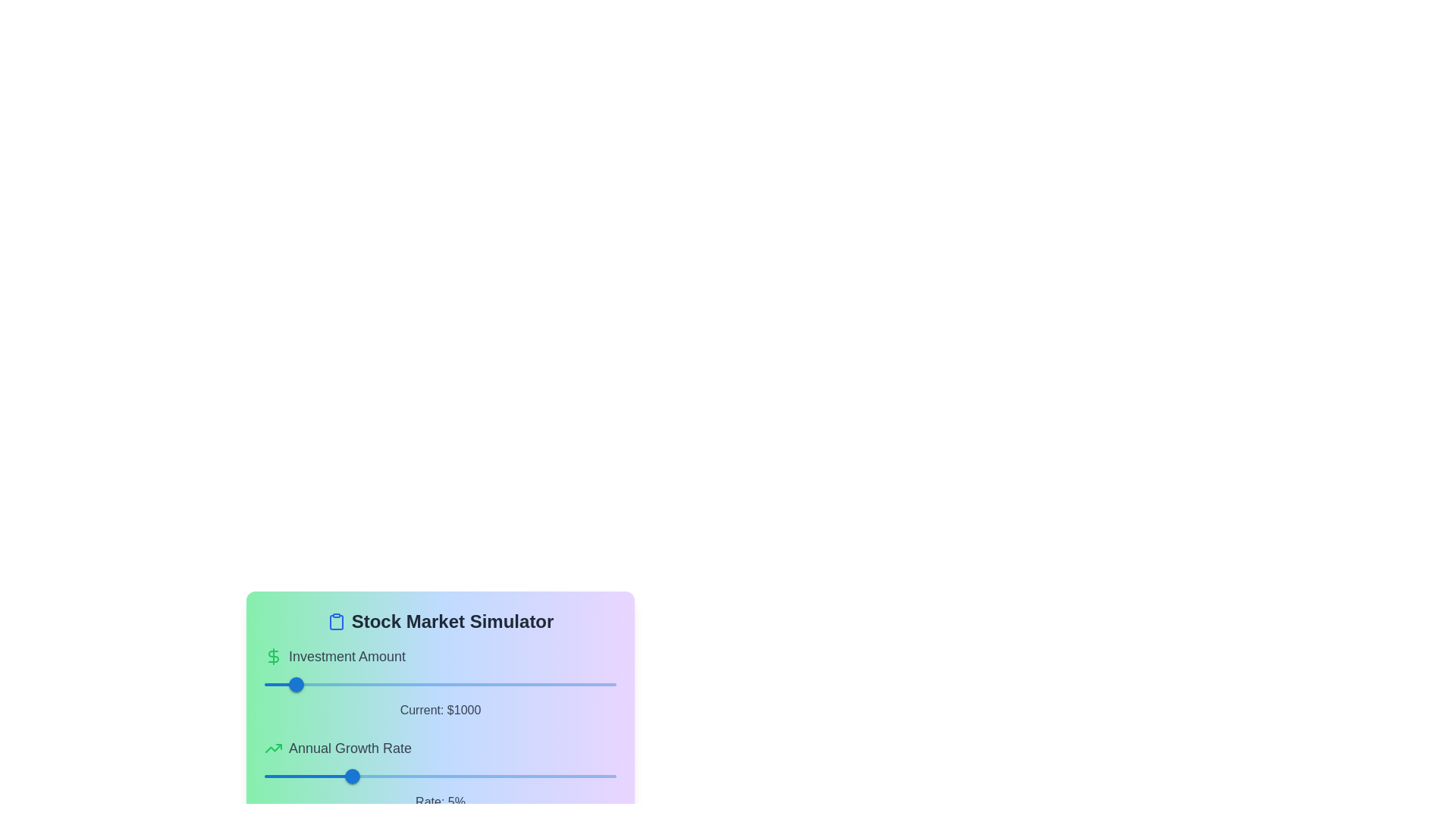  Describe the element at coordinates (370, 776) in the screenshot. I see `the annual growth rate` at that location.